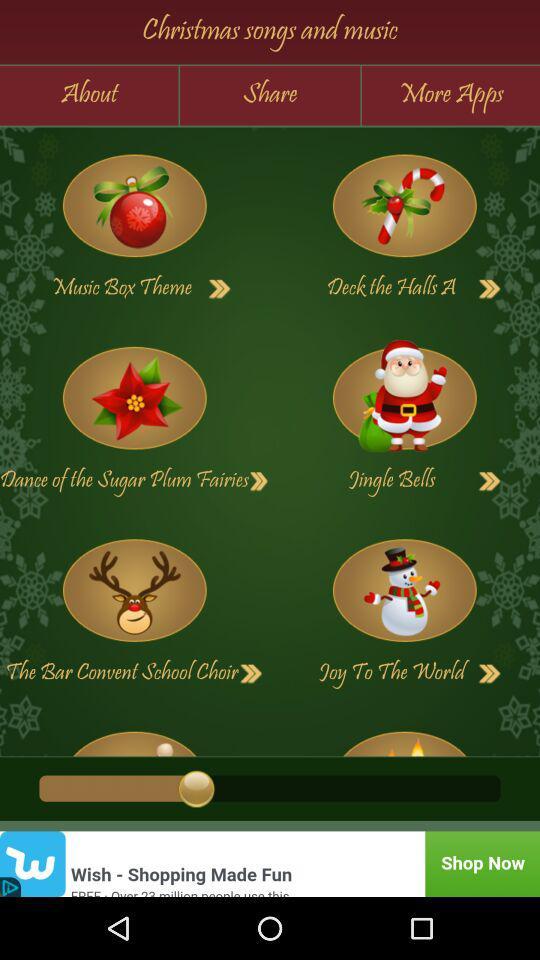 The width and height of the screenshot is (540, 960). Describe the element at coordinates (134, 397) in the screenshot. I see `listen song` at that location.